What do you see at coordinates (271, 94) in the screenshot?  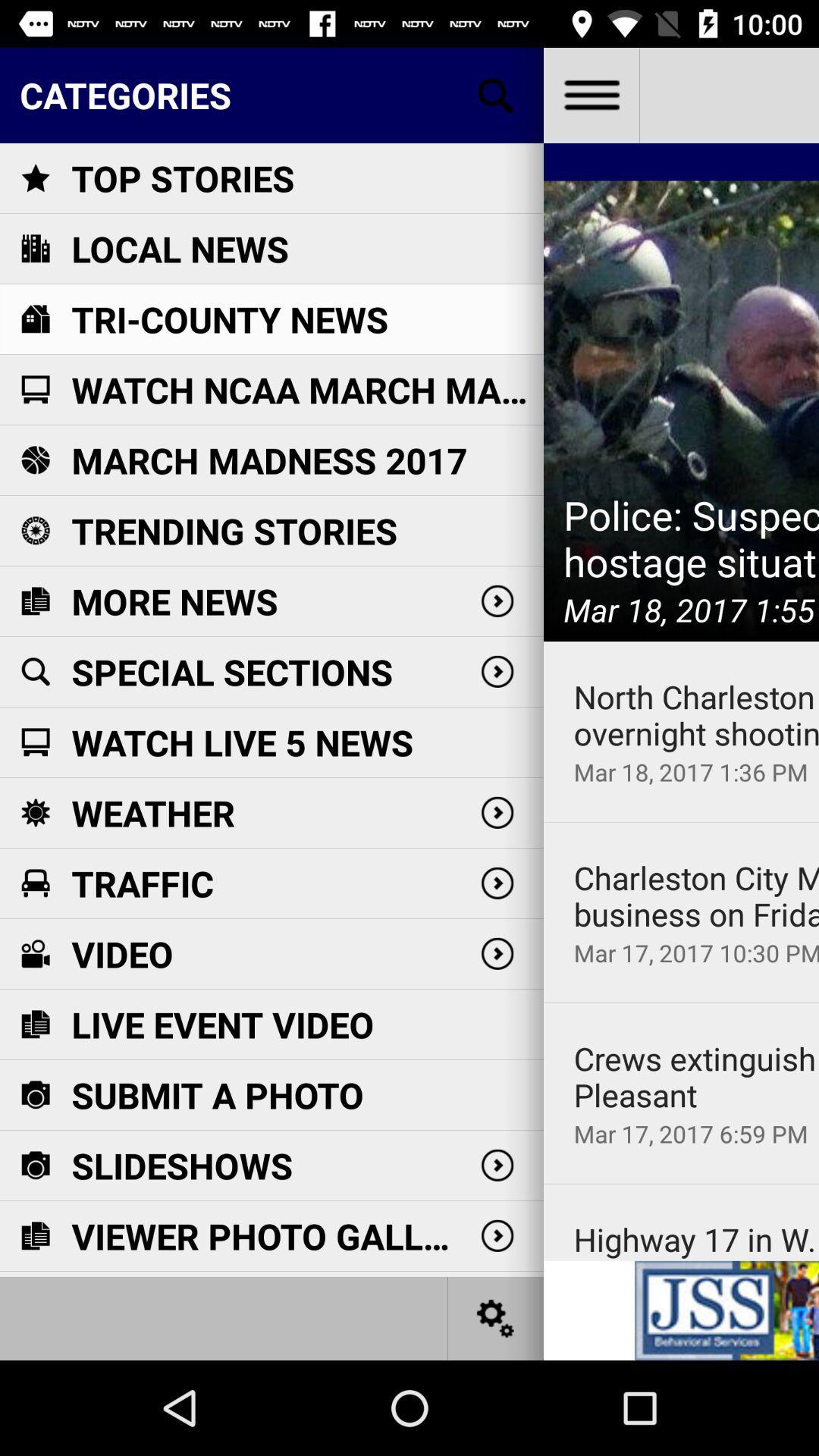 I see `categories` at bounding box center [271, 94].